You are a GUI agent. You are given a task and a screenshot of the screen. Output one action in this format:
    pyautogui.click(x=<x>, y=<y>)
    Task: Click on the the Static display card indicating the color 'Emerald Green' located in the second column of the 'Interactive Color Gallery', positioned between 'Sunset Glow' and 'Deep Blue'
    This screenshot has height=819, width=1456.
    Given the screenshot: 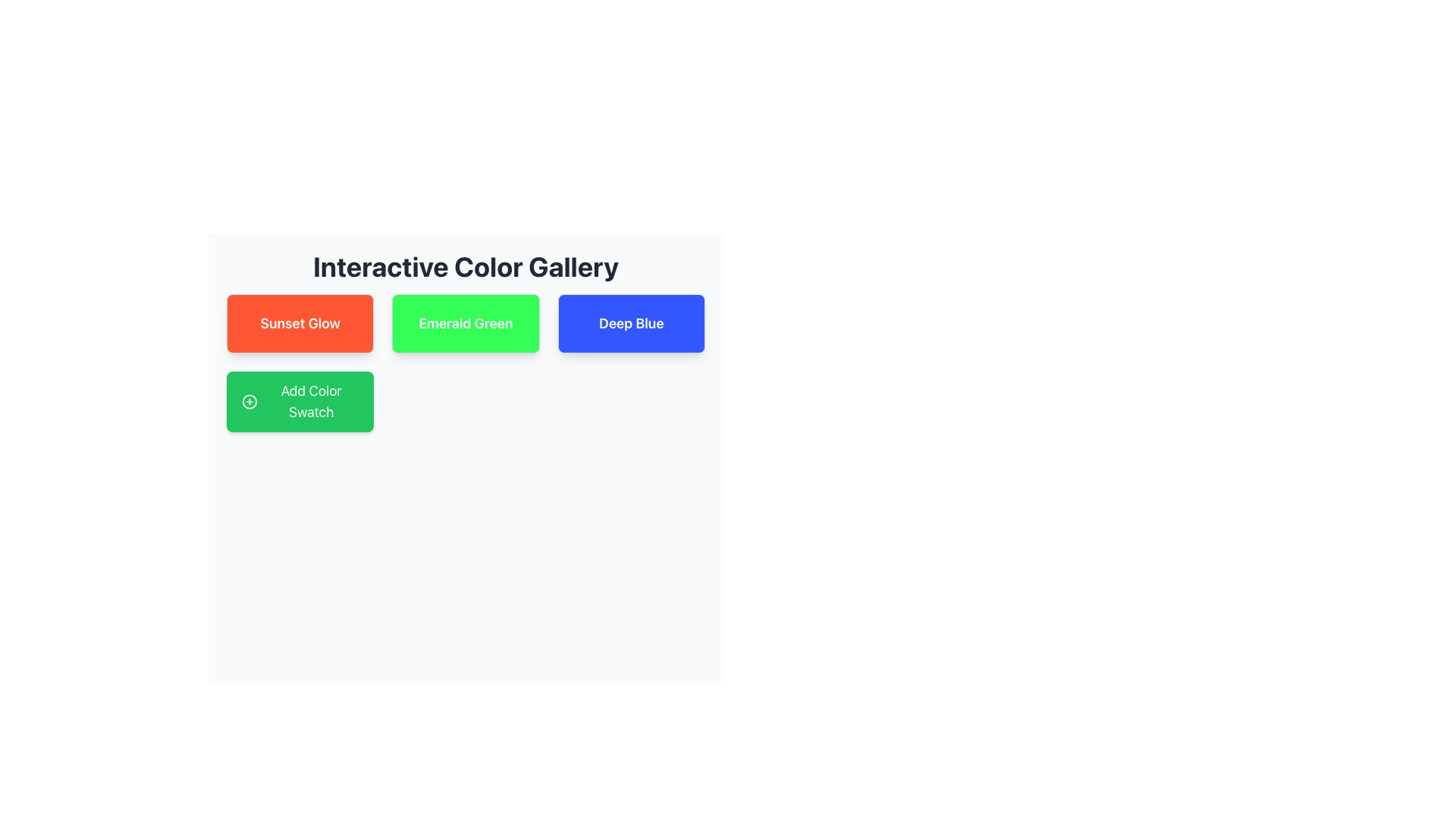 What is the action you would take?
    pyautogui.click(x=465, y=323)
    